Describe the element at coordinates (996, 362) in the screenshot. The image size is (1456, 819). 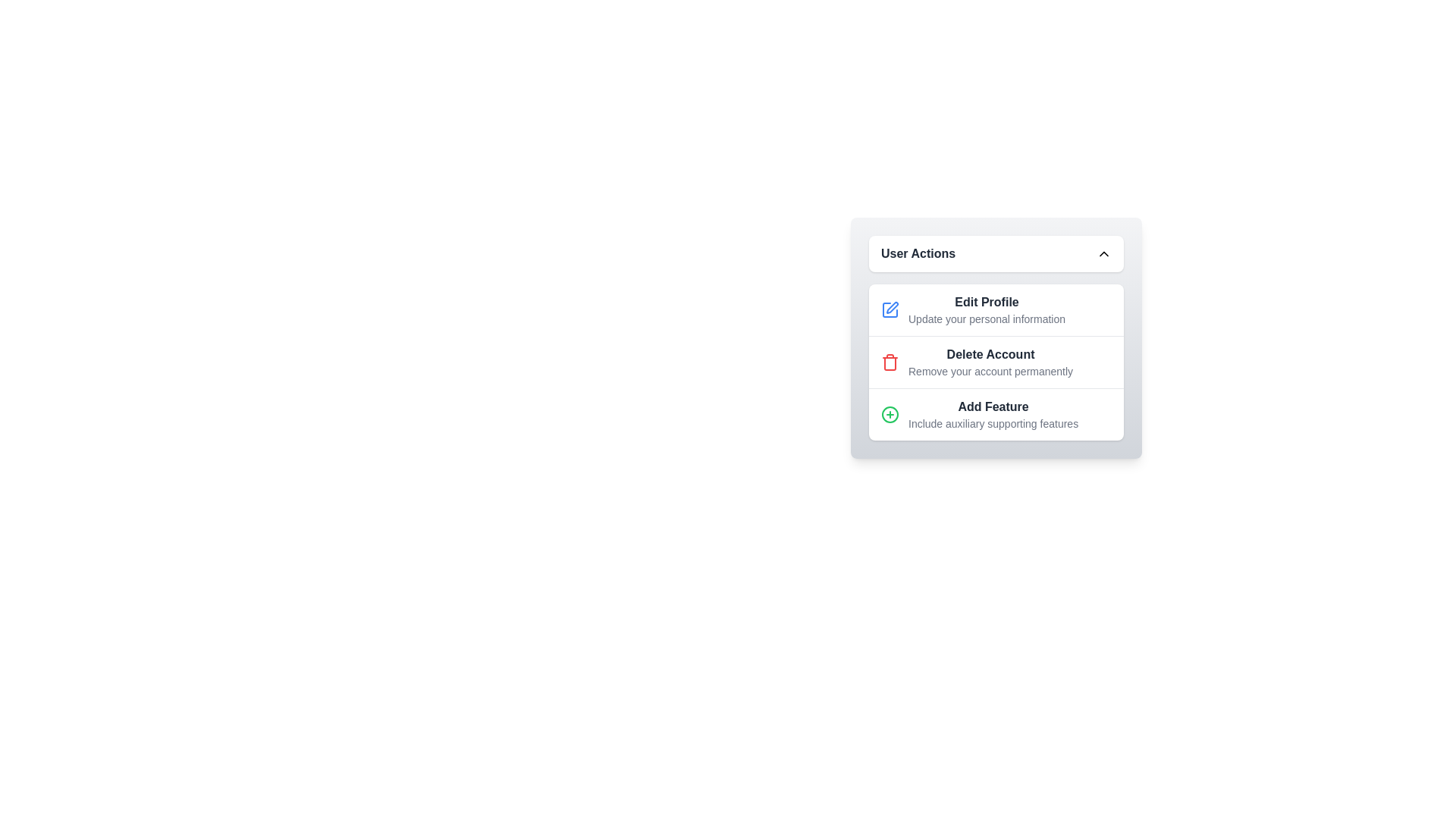
I see `the second row of the action items which represents the delete user account option, positioned between 'Edit Profile' and 'Add Feature'` at that location.